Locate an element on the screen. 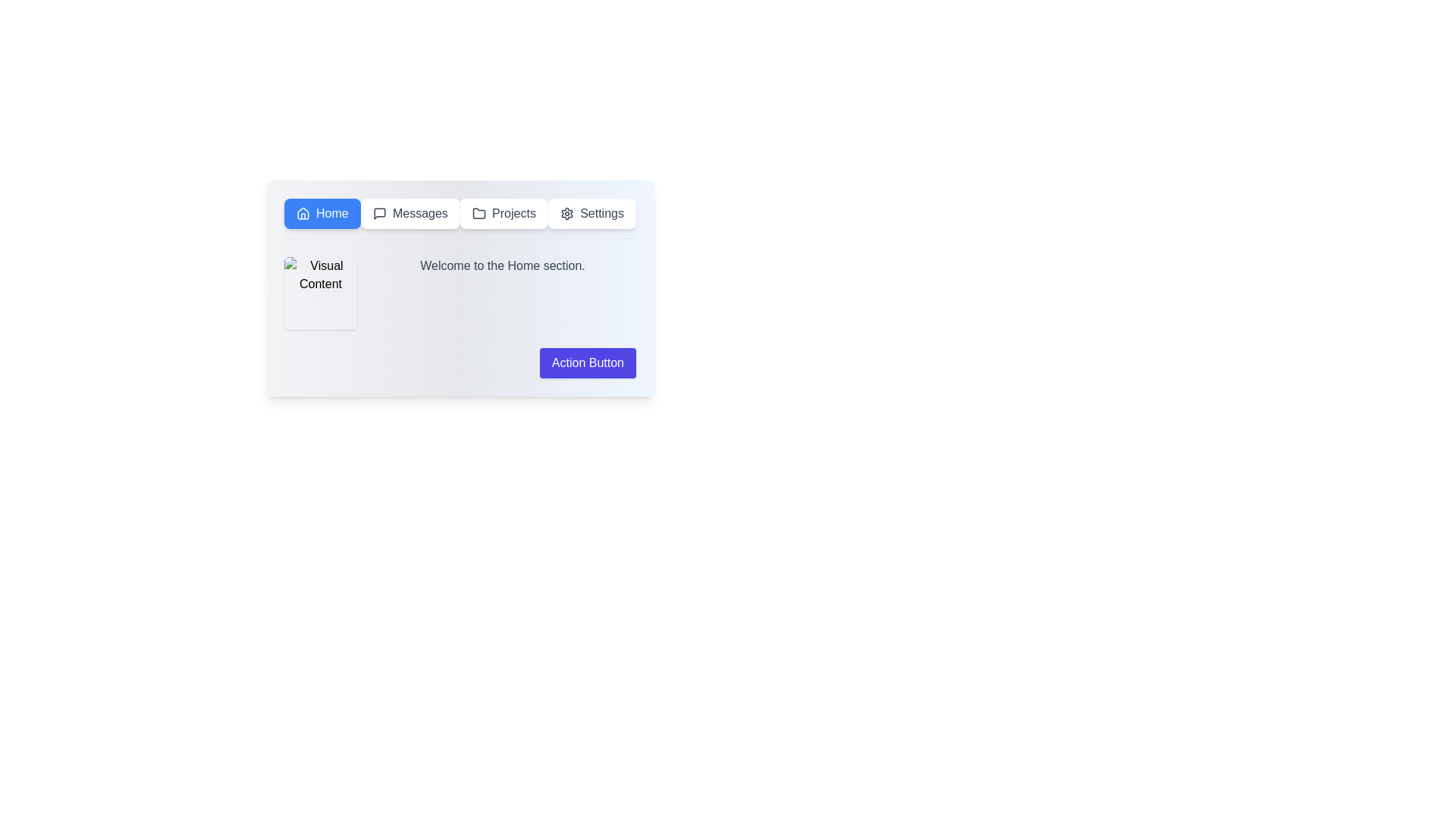  the speech bubble-like icon located within the 'Messages' button section, positioned to the left of the text 'Messages' is located at coordinates (379, 213).